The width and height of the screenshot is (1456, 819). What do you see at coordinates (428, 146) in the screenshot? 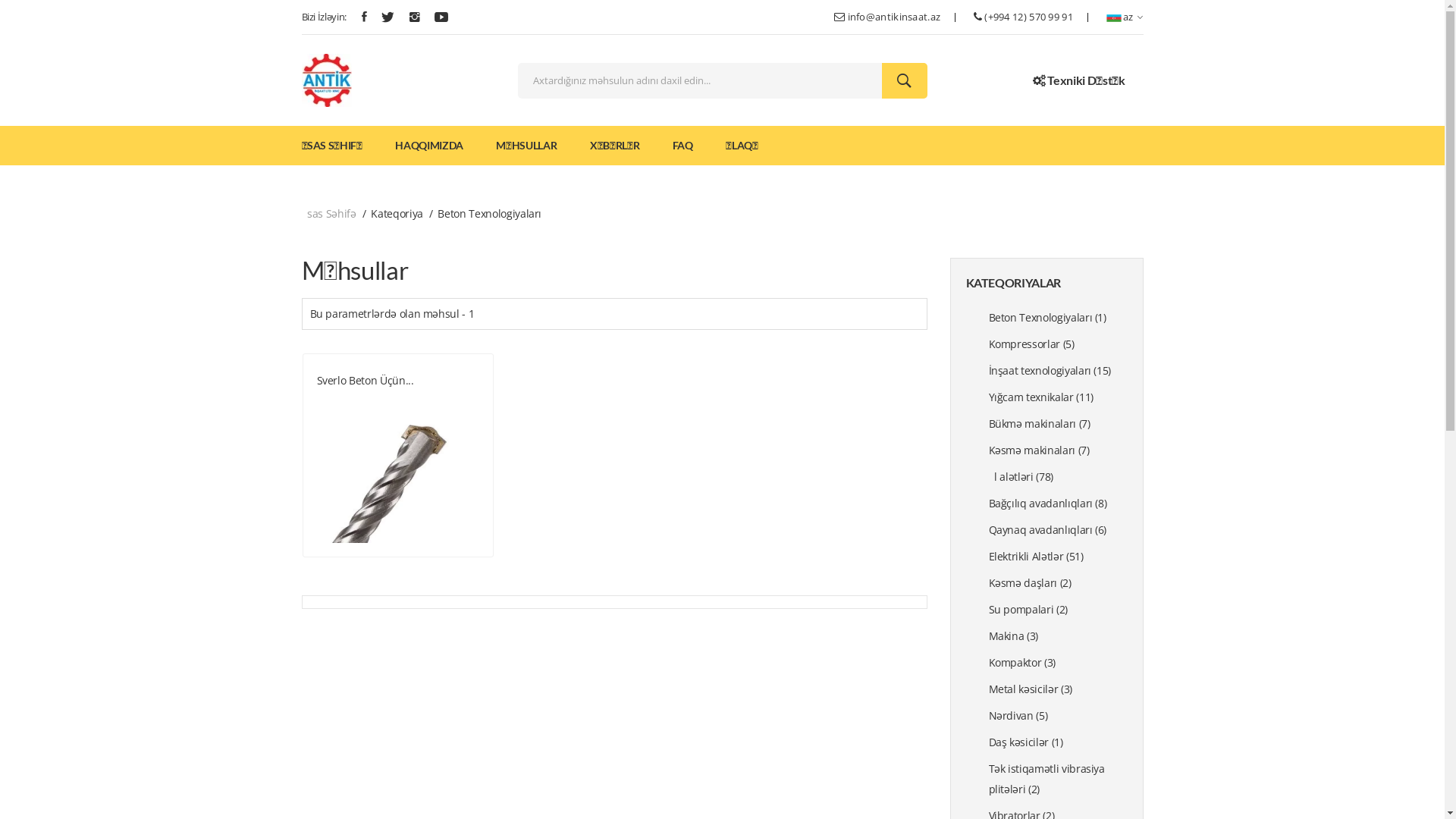
I see `'HAQQIMIZDA'` at bounding box center [428, 146].